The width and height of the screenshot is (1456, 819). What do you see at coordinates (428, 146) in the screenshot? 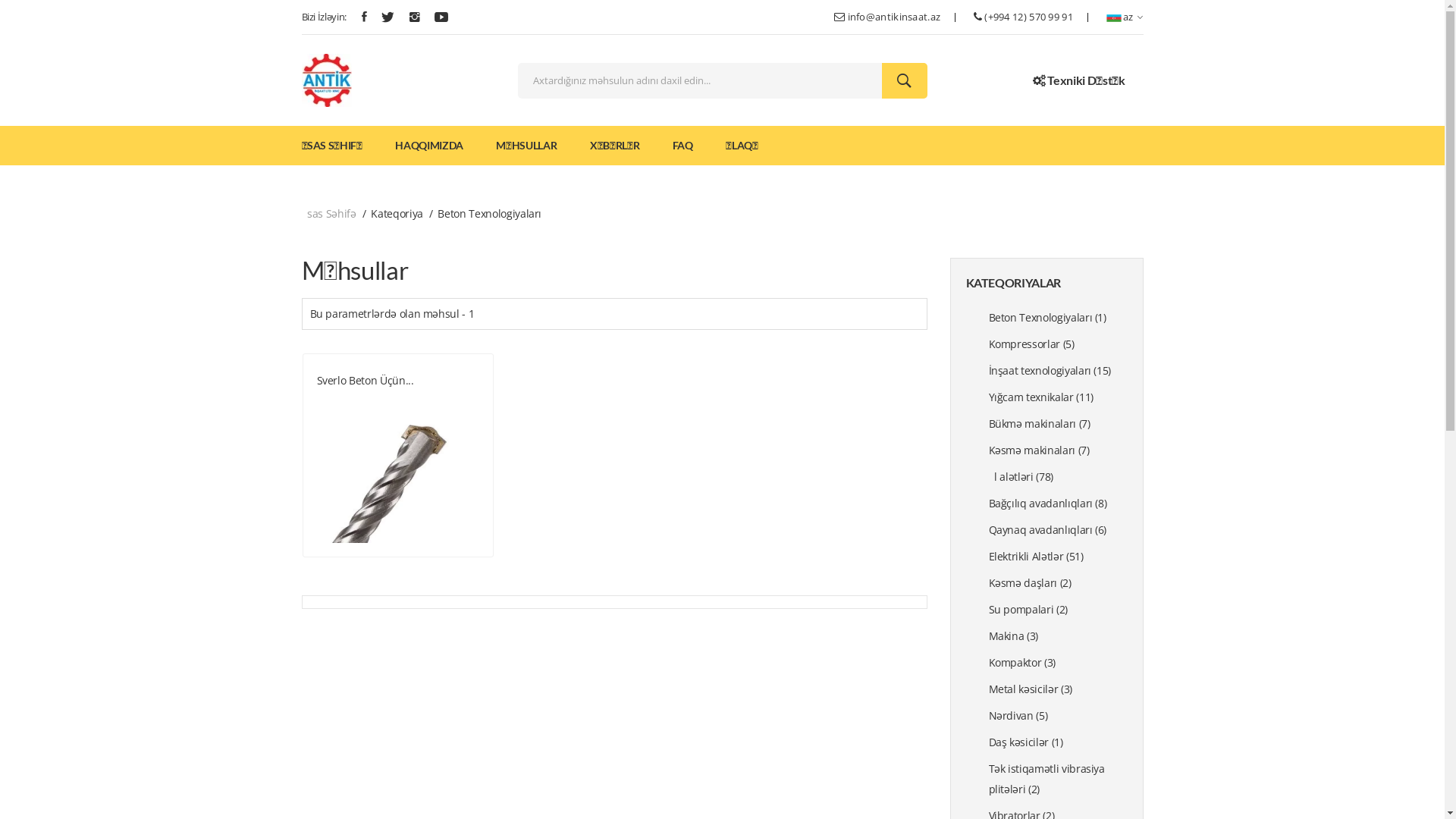
I see `'HAQQIMIZDA'` at bounding box center [428, 146].